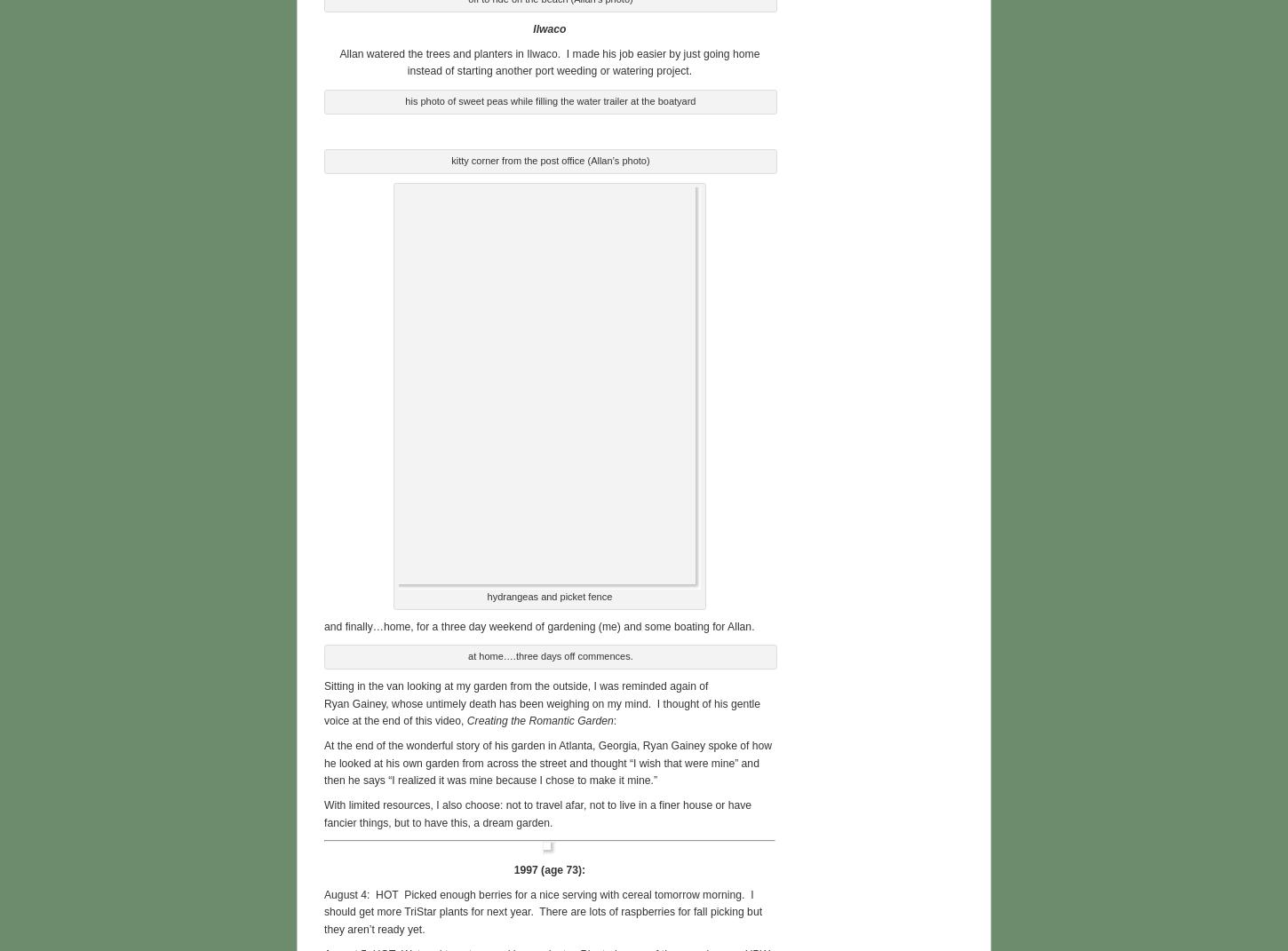 The image size is (1288, 951). What do you see at coordinates (549, 157) in the screenshot?
I see `'kitty corner from the post office (Allan’s photo)'` at bounding box center [549, 157].